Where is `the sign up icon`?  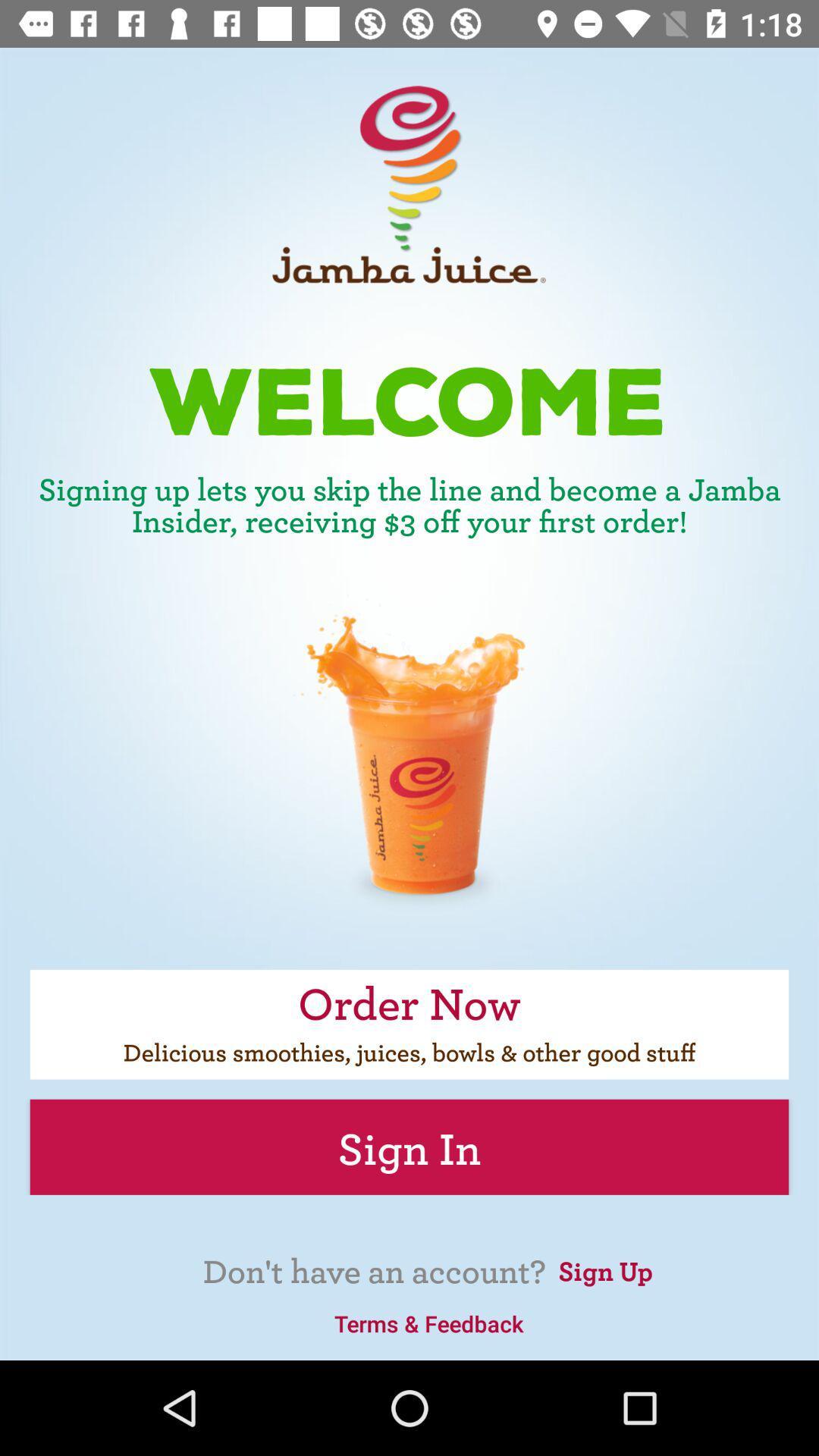
the sign up icon is located at coordinates (604, 1269).